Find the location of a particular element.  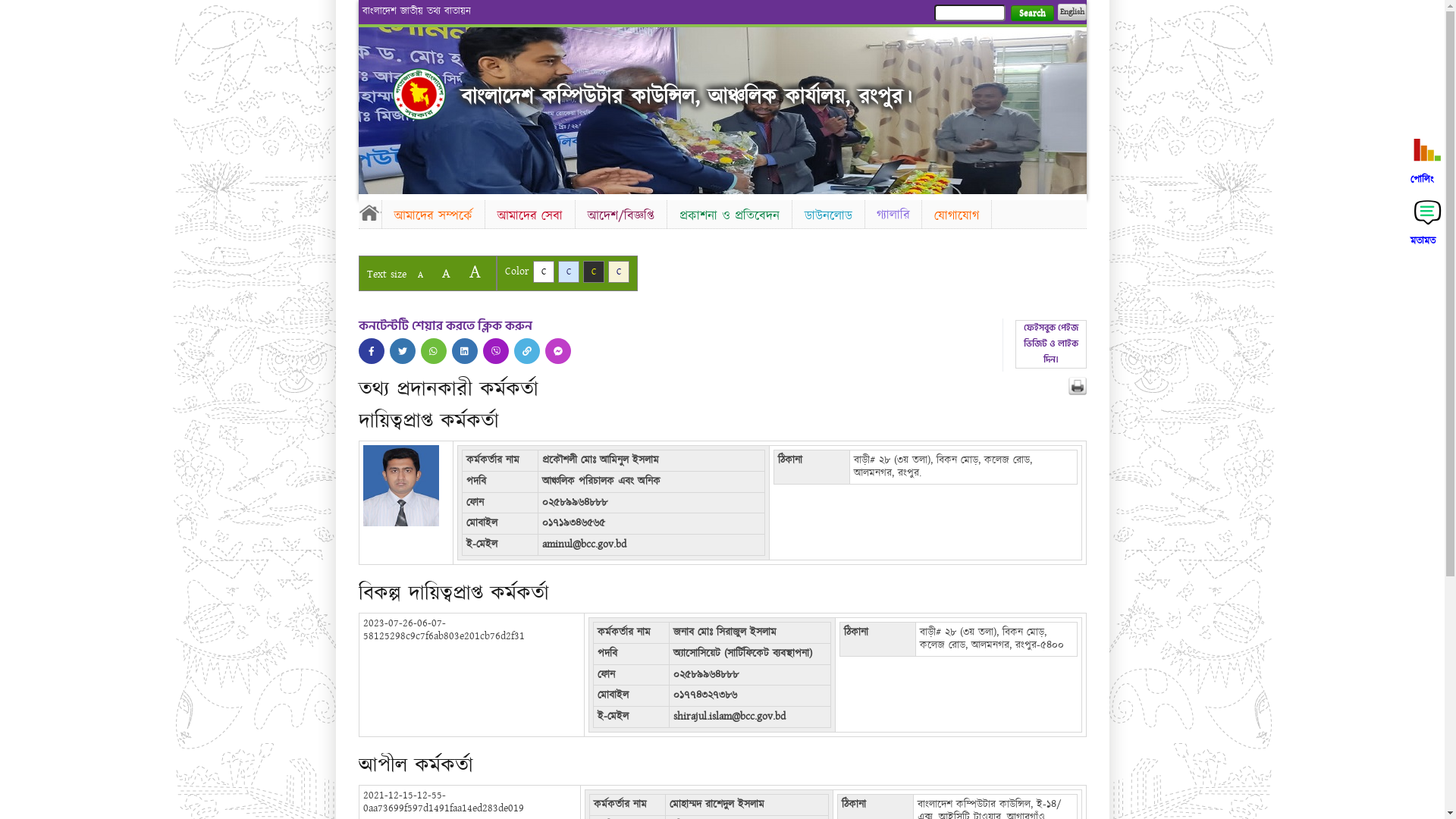

'A' is located at coordinates (444, 273).